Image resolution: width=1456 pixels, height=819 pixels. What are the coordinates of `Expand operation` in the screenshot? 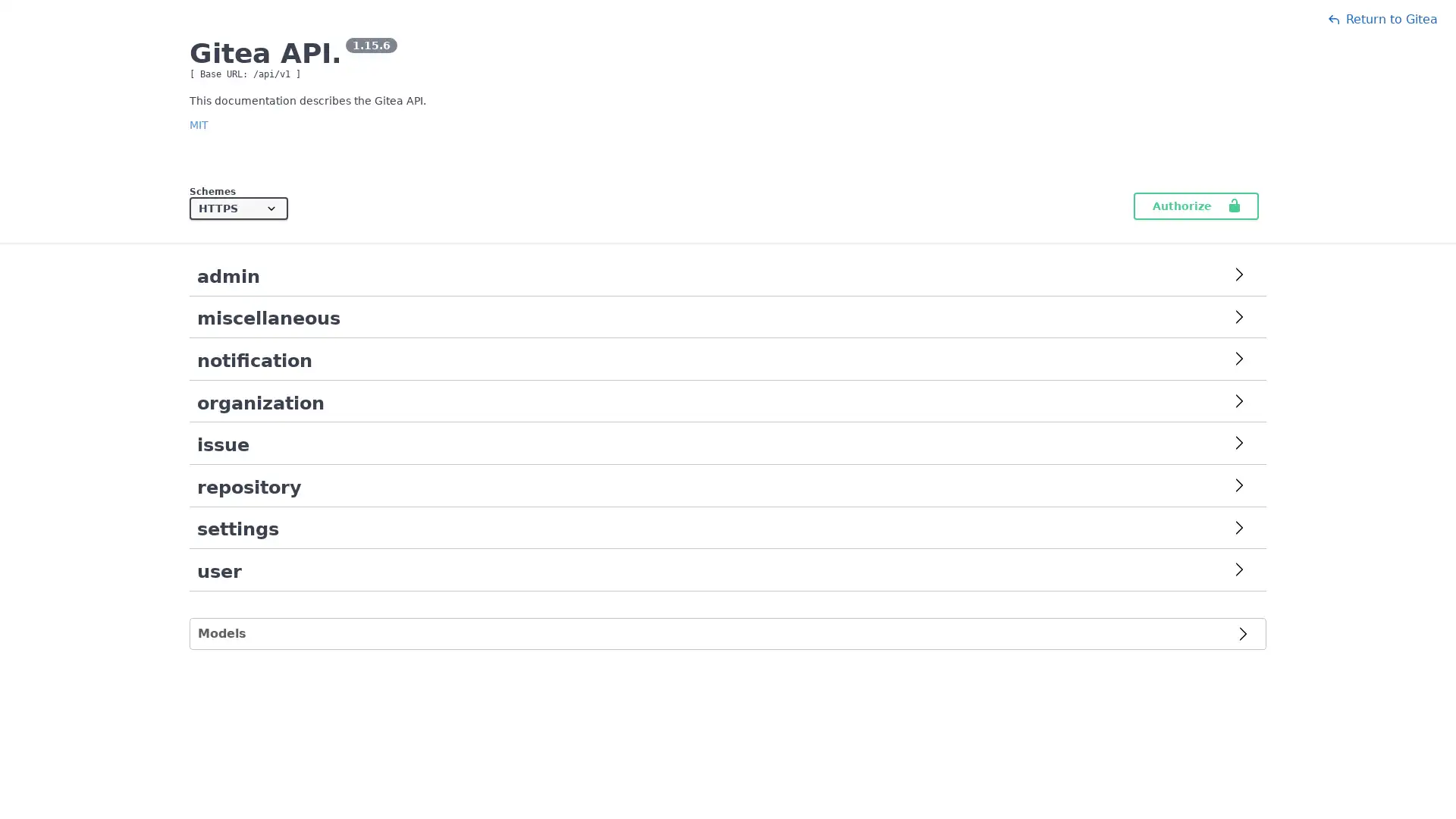 It's located at (1238, 402).